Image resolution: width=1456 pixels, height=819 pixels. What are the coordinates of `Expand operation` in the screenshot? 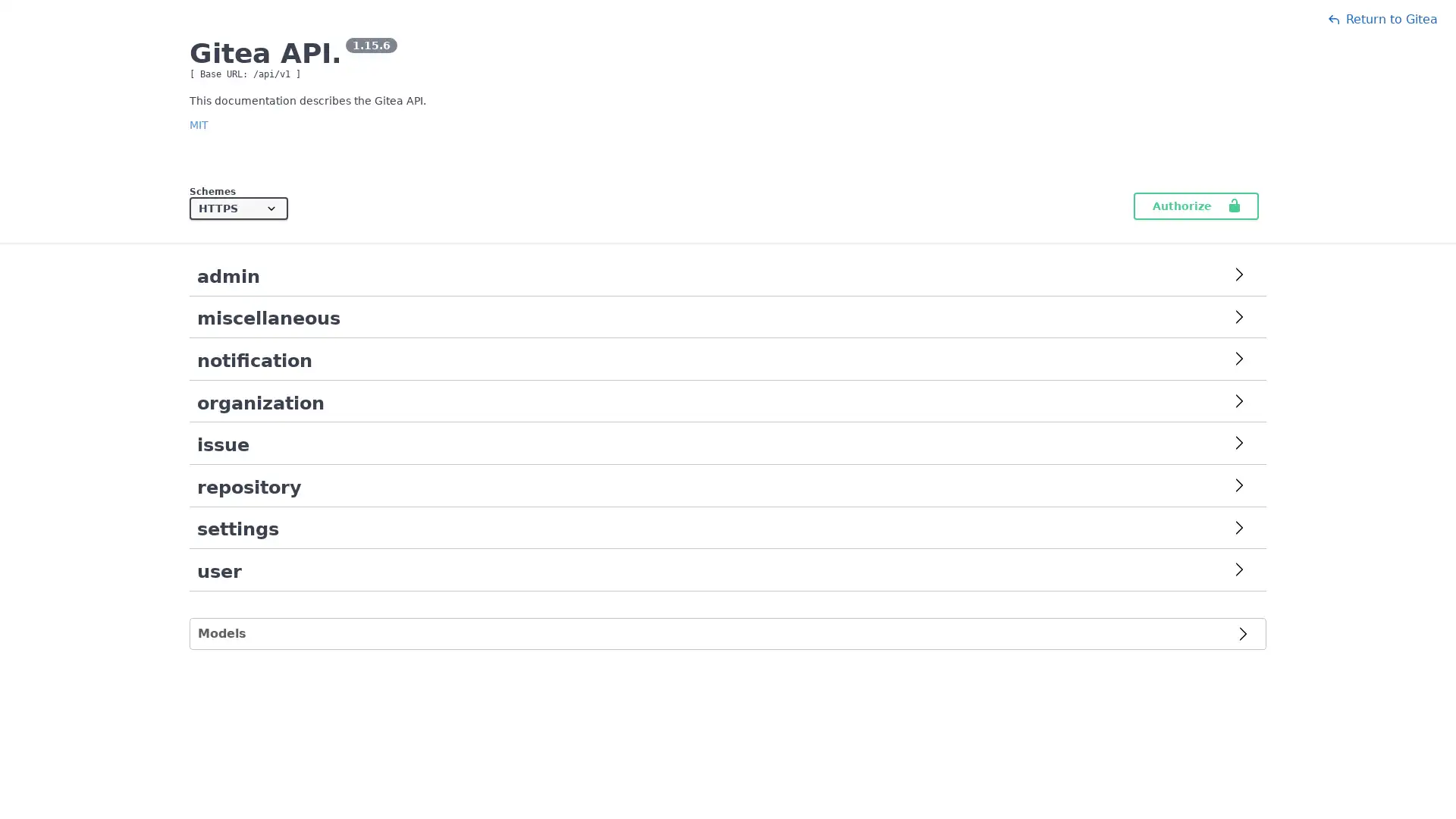 It's located at (1238, 402).